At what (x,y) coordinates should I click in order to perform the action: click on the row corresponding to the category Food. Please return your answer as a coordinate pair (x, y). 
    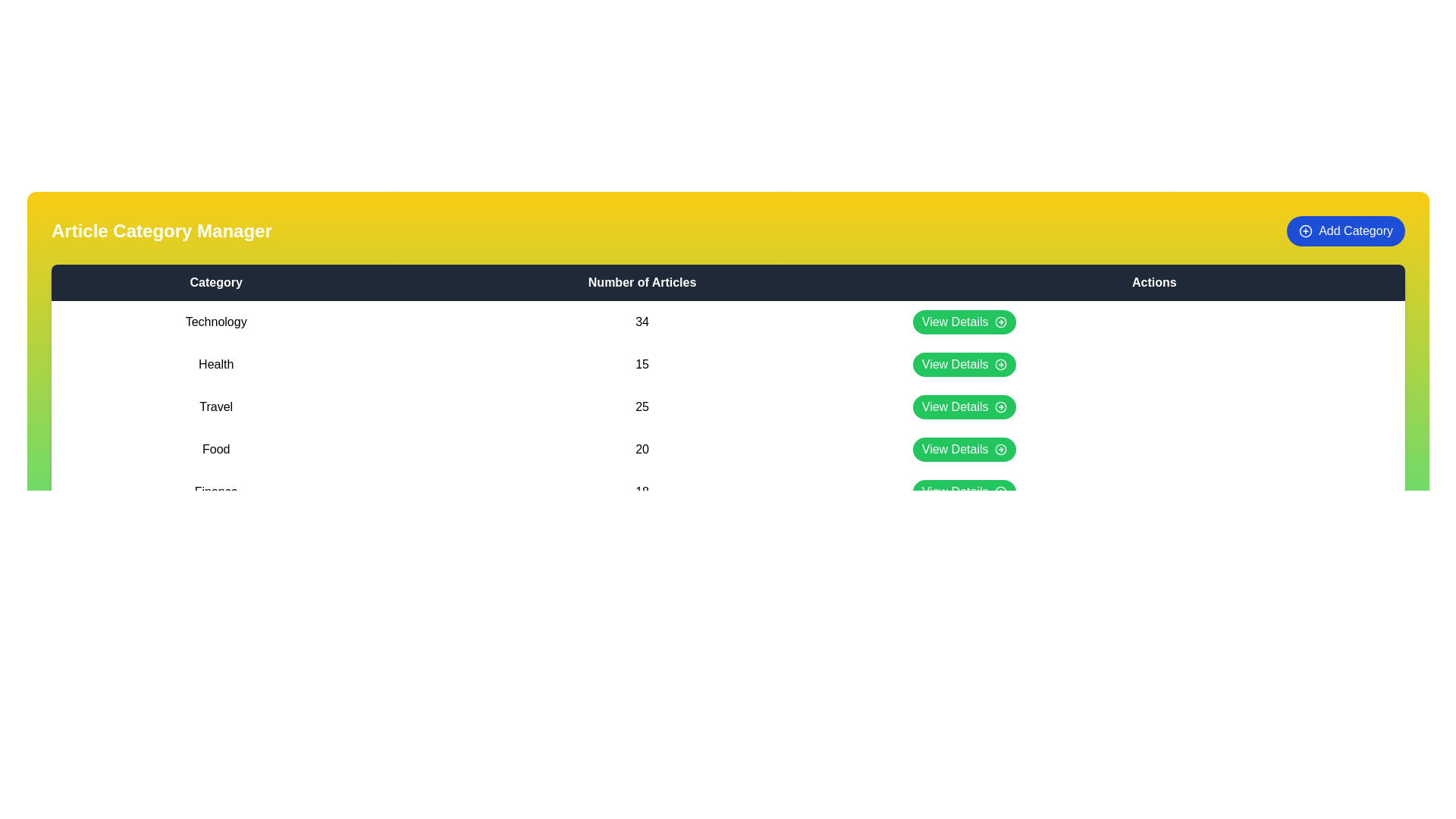
    Looking at the image, I should click on (728, 449).